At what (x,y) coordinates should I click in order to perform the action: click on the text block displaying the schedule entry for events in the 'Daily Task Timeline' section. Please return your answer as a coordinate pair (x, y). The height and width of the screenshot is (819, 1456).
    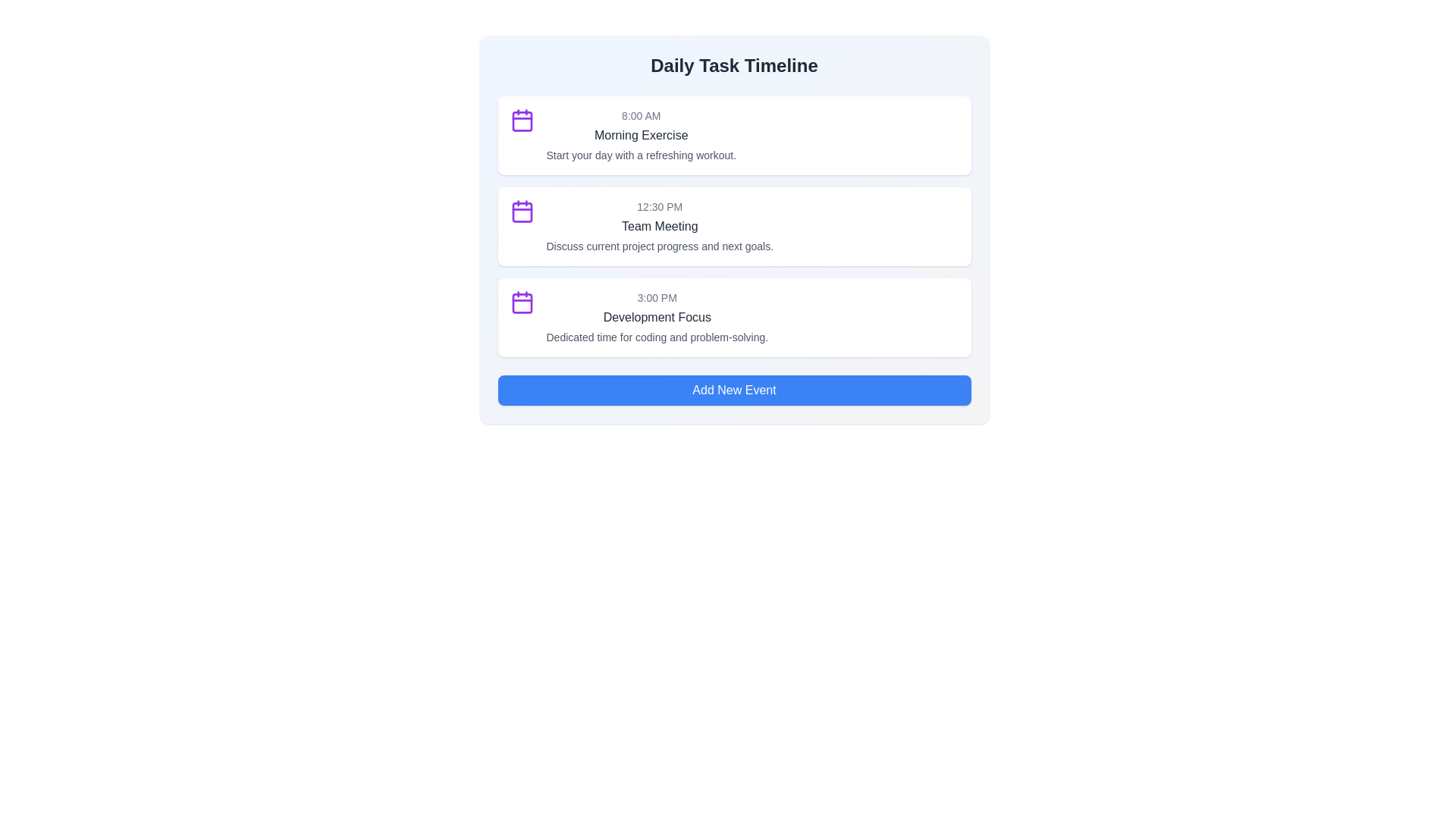
    Looking at the image, I should click on (641, 134).